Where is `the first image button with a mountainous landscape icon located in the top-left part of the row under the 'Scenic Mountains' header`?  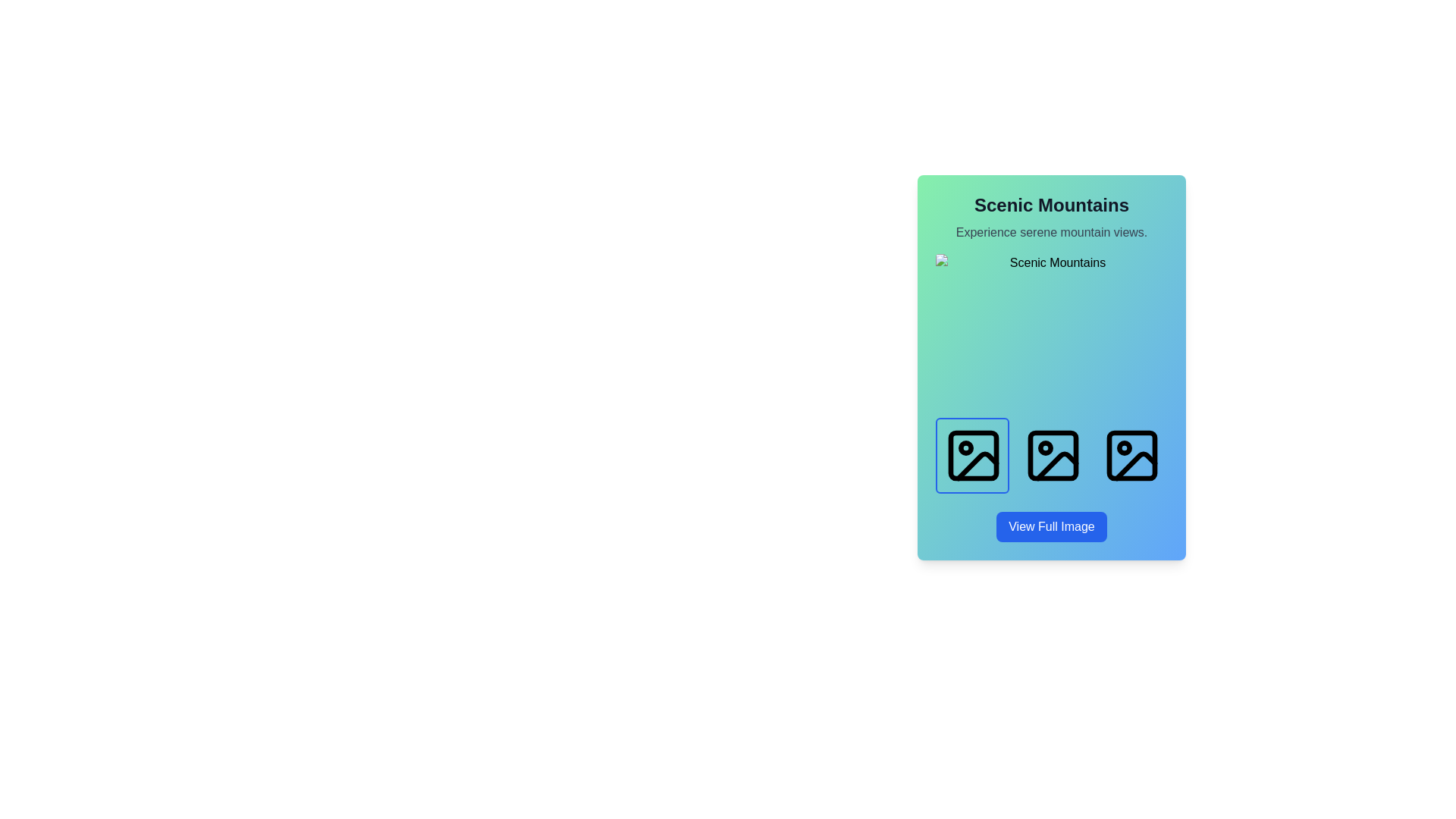 the first image button with a mountainous landscape icon located in the top-left part of the row under the 'Scenic Mountains' header is located at coordinates (972, 455).